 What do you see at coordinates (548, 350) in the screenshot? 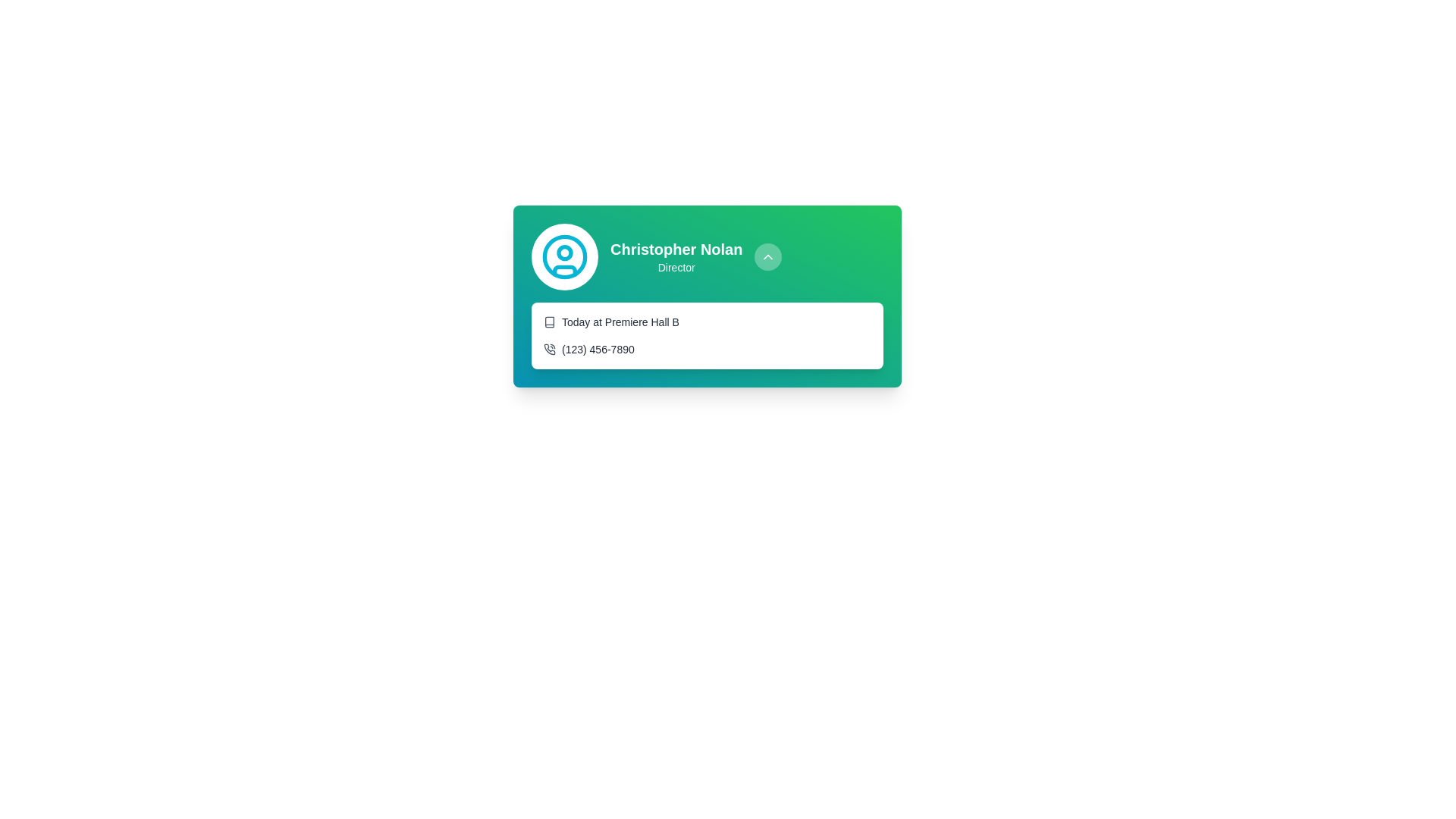
I see `the phone call icon, which is a small circular icon with a handset and signal lines, located to the left of the text '(123) 456-7890'` at bounding box center [548, 350].